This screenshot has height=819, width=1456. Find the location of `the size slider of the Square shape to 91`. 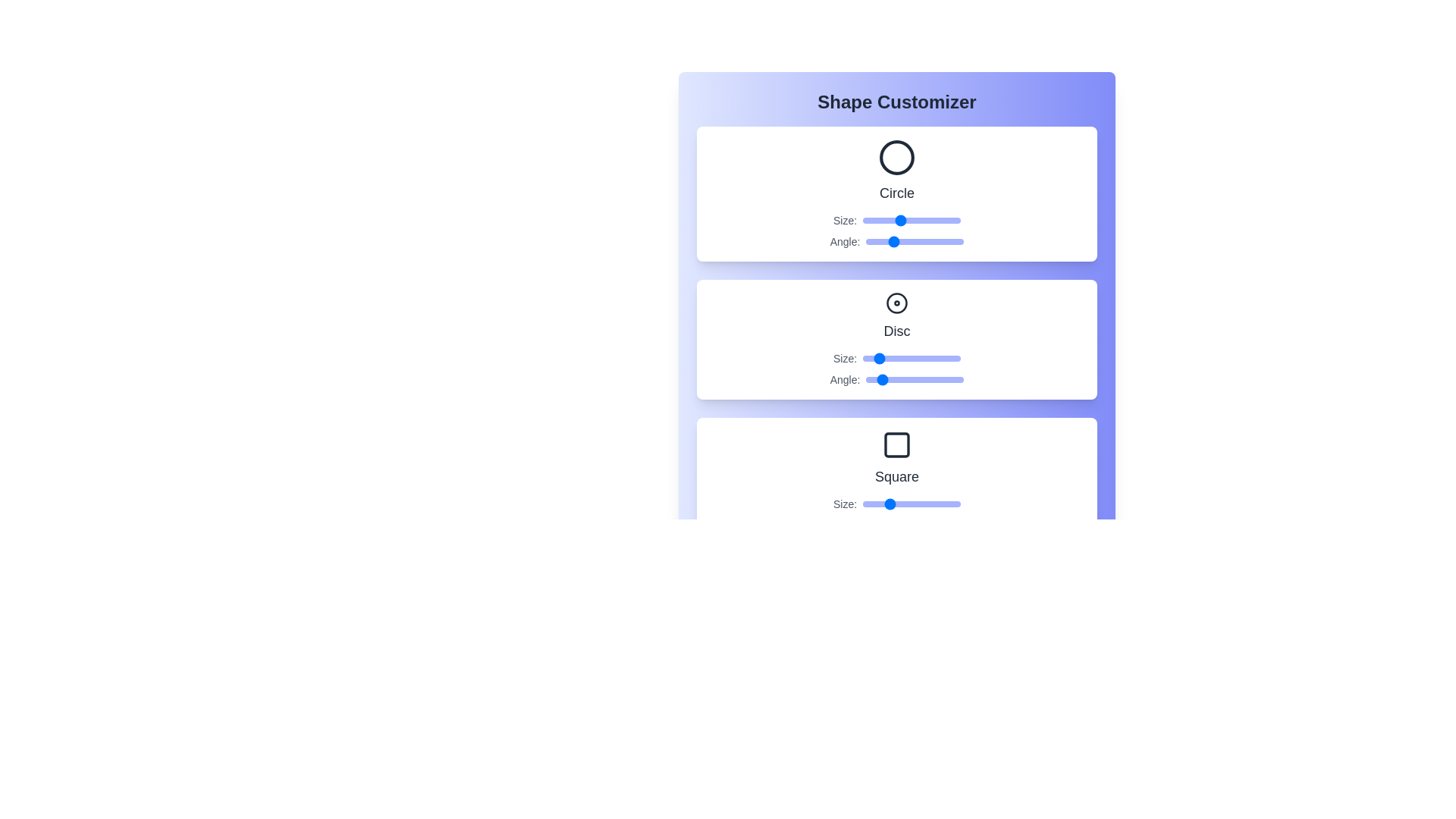

the size slider of the Square shape to 91 is located at coordinates (949, 504).